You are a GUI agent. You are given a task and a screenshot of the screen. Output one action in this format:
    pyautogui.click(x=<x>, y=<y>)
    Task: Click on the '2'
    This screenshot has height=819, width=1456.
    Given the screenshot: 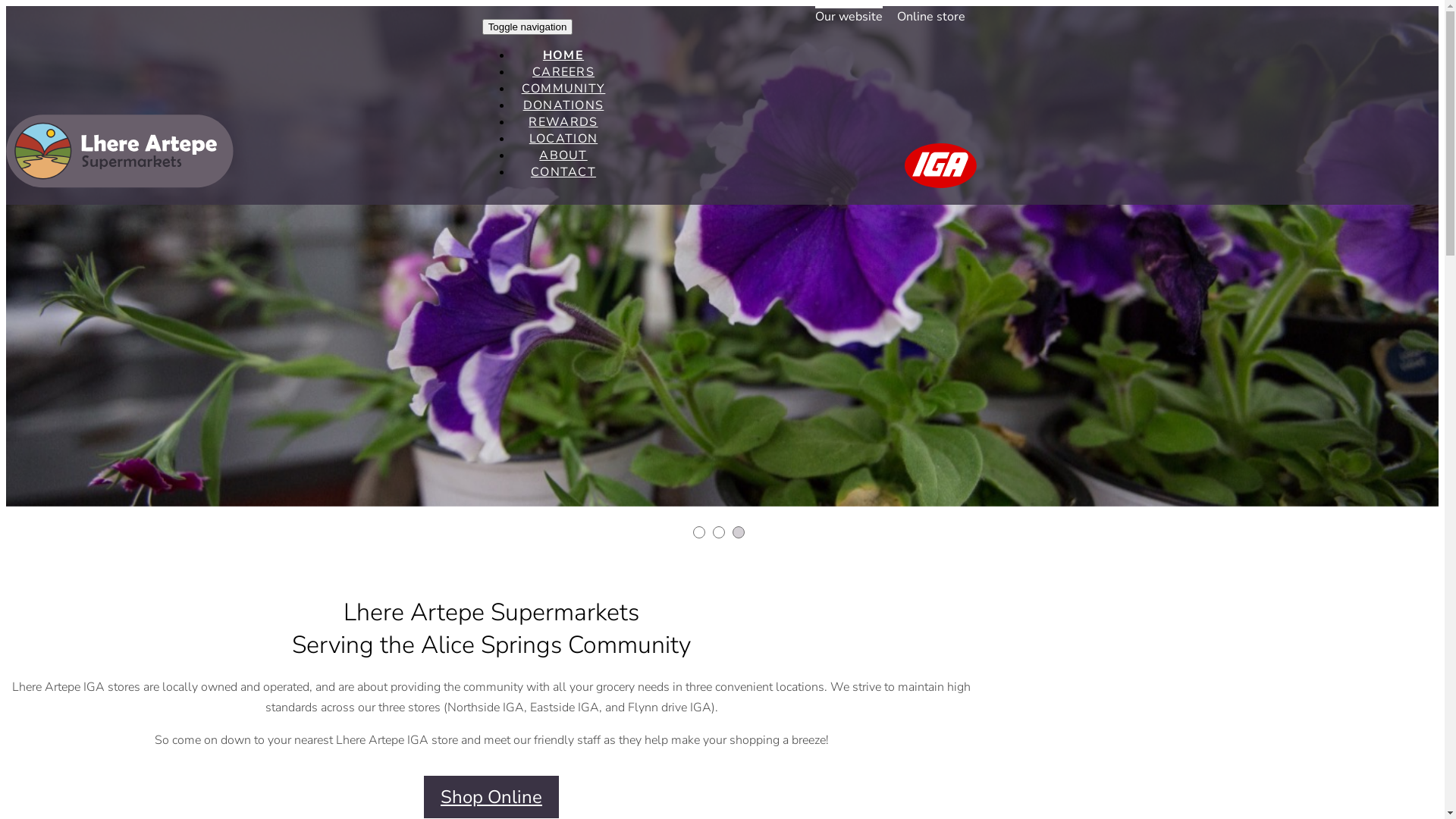 What is the action you would take?
    pyautogui.click(x=718, y=532)
    